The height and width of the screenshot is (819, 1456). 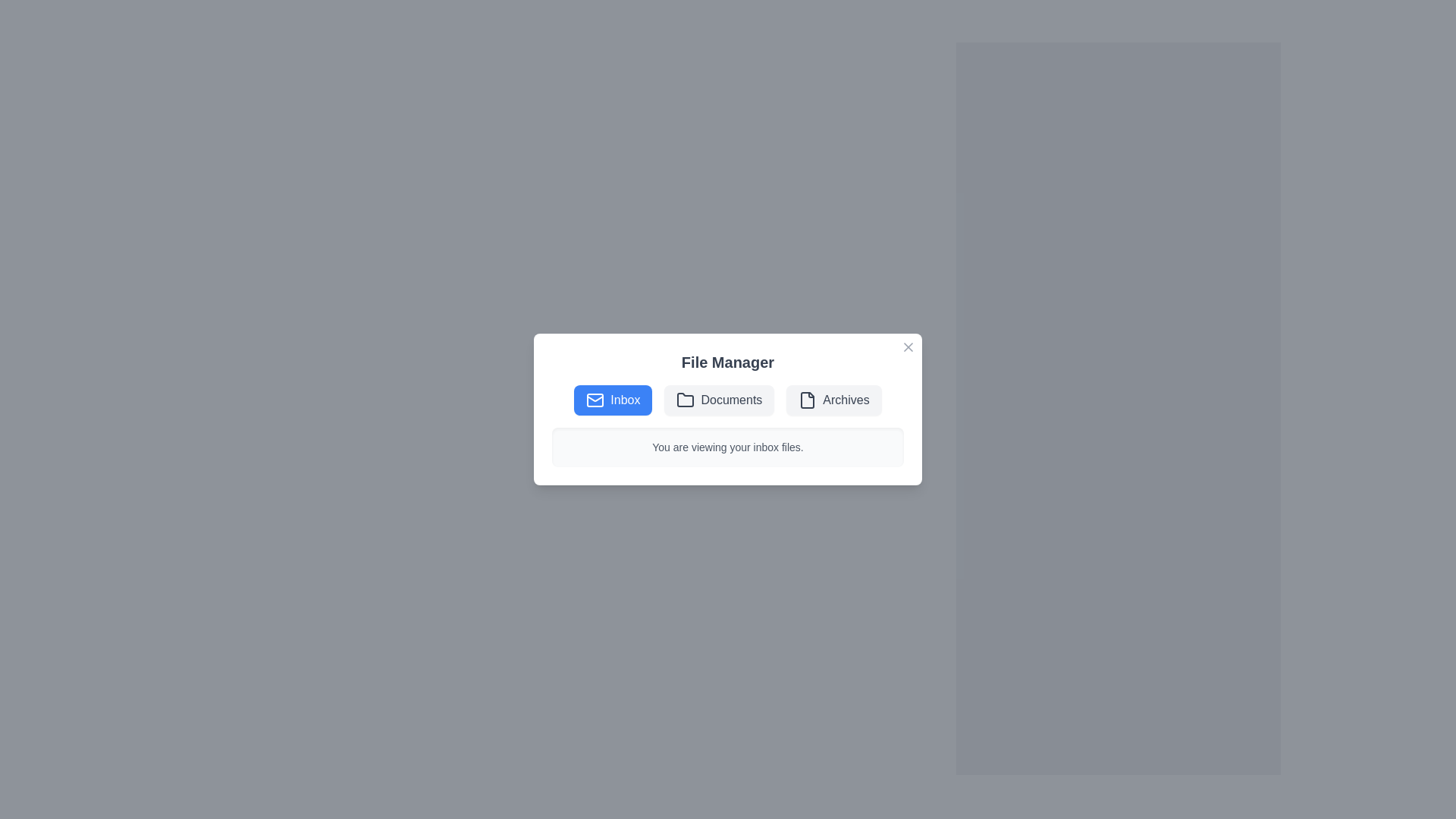 I want to click on the 'Archives' icon within the 'Archives' button in the 'File Manager' modal to switch to the archives section, so click(x=807, y=400).